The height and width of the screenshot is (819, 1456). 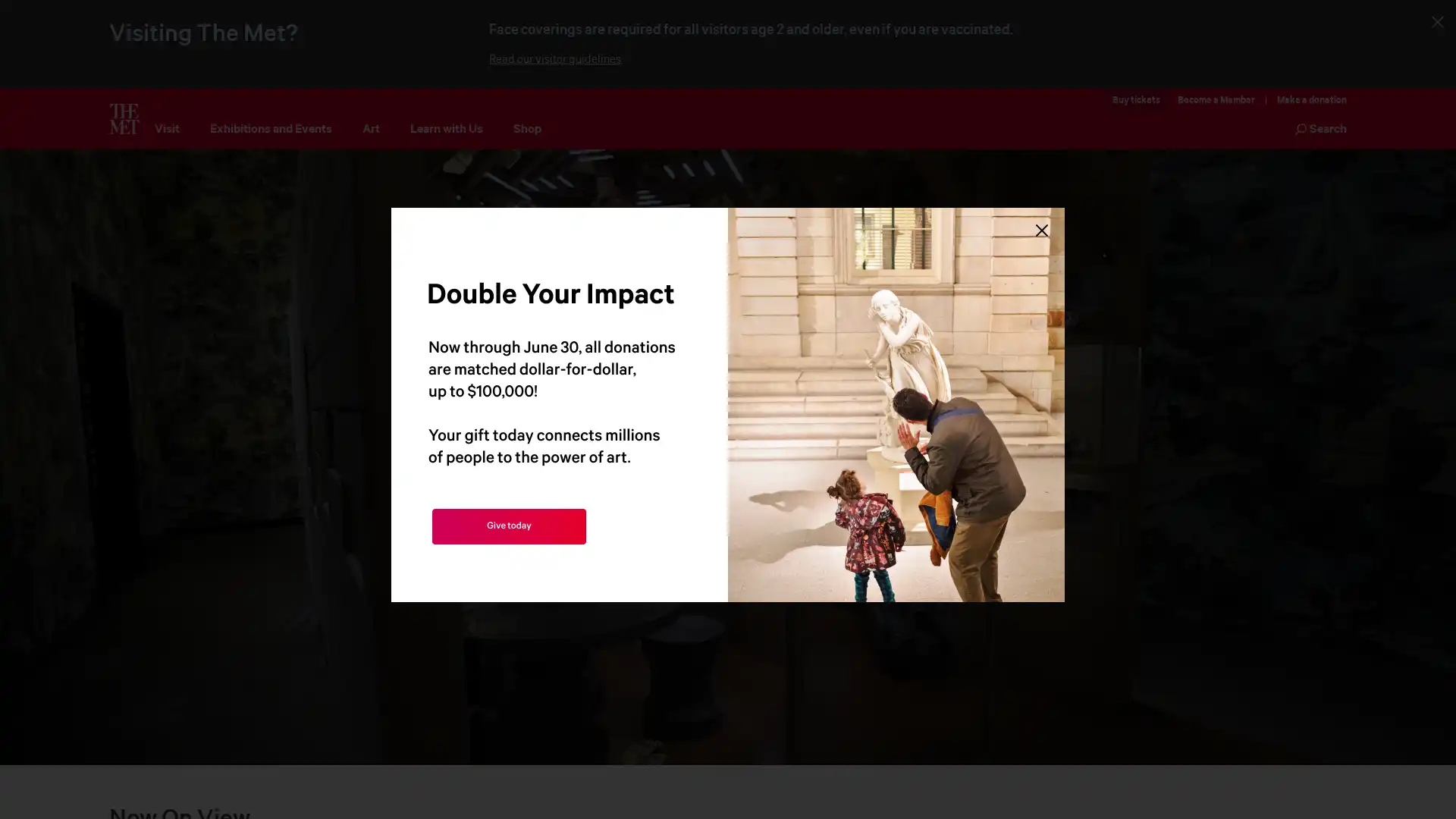 What do you see at coordinates (1040, 231) in the screenshot?
I see `Close Lightbox` at bounding box center [1040, 231].